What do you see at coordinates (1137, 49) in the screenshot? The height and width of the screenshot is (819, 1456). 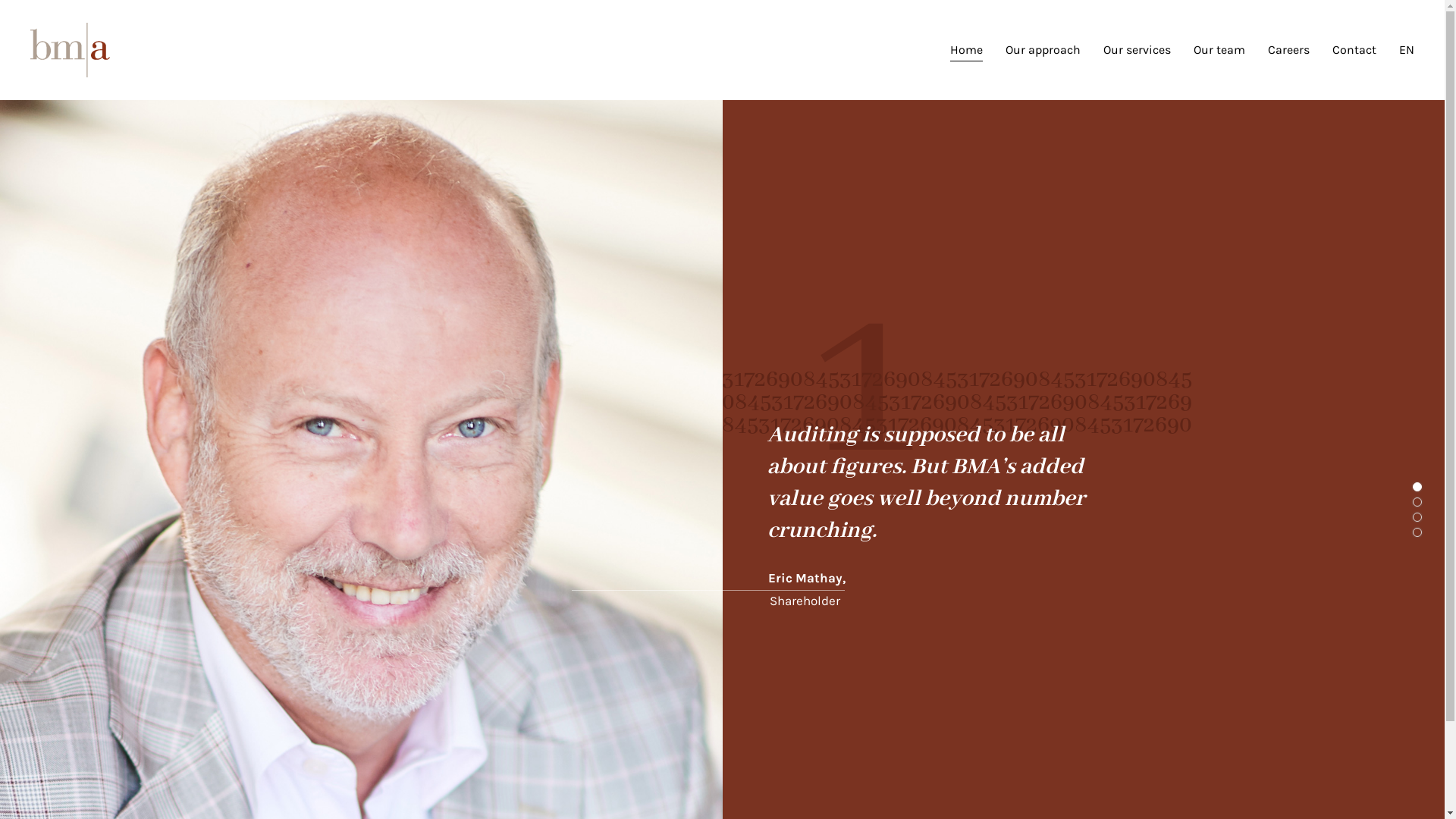 I see `'Our services'` at bounding box center [1137, 49].